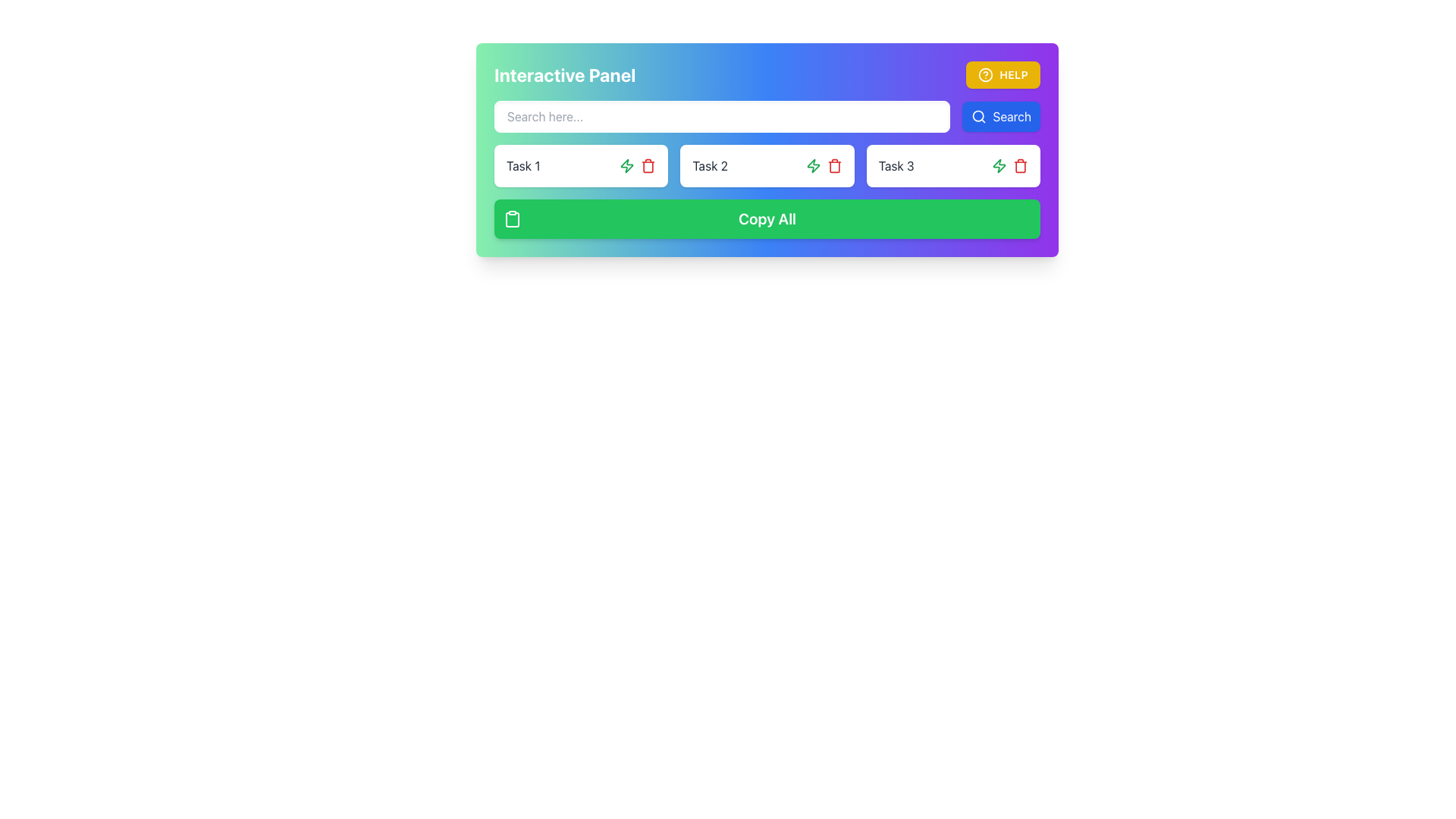  I want to click on the second icon shaped like a green lightning bolt located inside the box labeled 'Task 2', so click(627, 166).